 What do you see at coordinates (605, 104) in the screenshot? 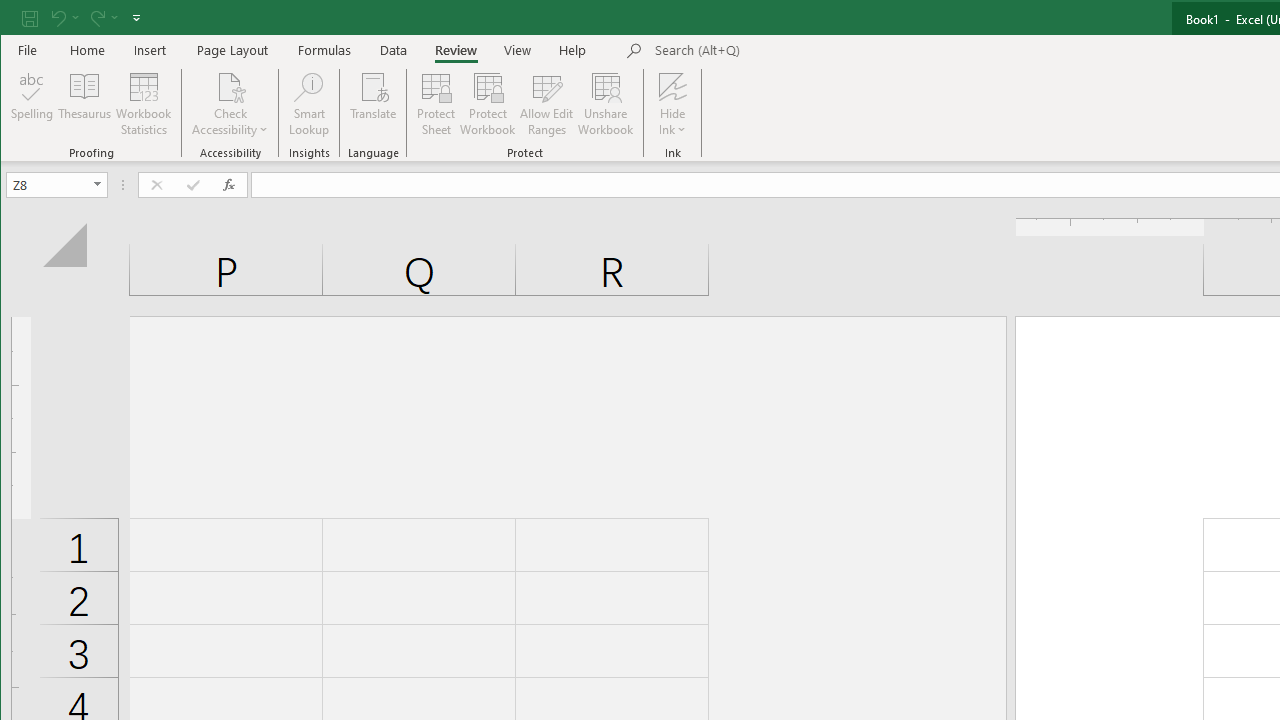
I see `'Unshare Workbook'` at bounding box center [605, 104].